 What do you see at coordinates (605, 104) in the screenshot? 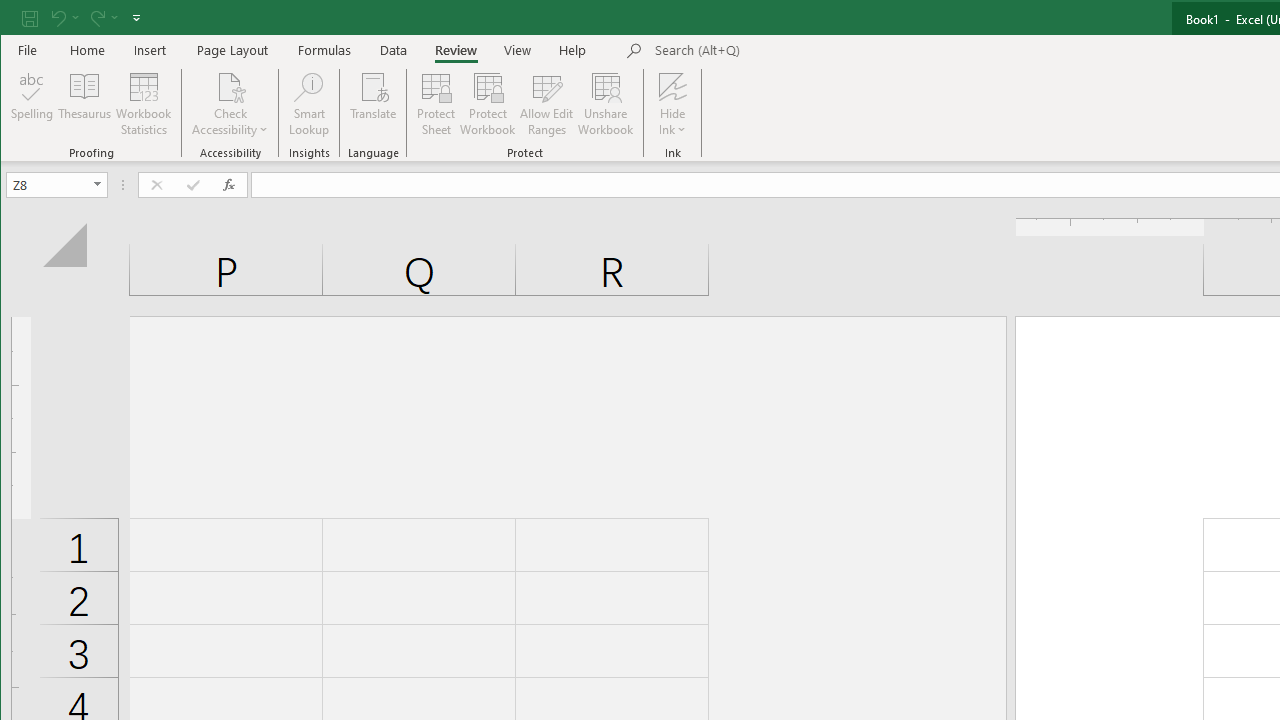
I see `'Unshare Workbook'` at bounding box center [605, 104].